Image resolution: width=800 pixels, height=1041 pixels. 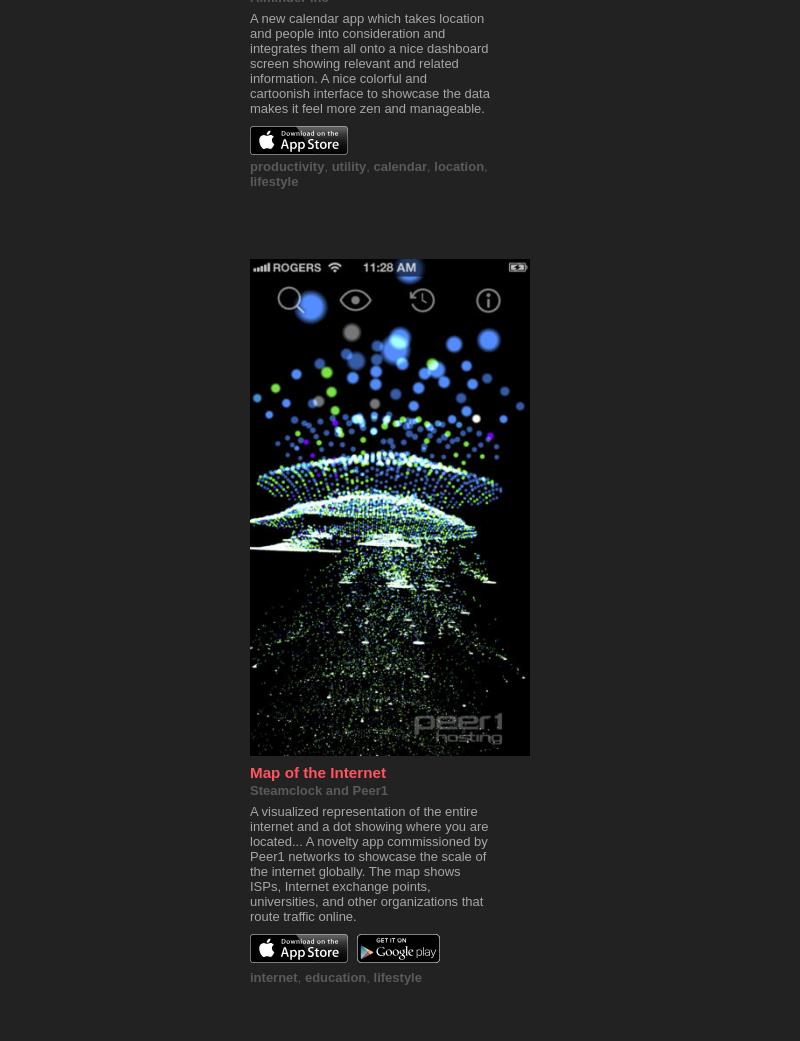 I want to click on 'A visualized representation of the entire internet and a dot showing where you are located... A novelty app commissioned by Peer1 networks to showcase the scale of the internet globally. The map shows ISPs, Internet exchange points, universities, and other organizations that route traffic online.', so click(x=367, y=863).